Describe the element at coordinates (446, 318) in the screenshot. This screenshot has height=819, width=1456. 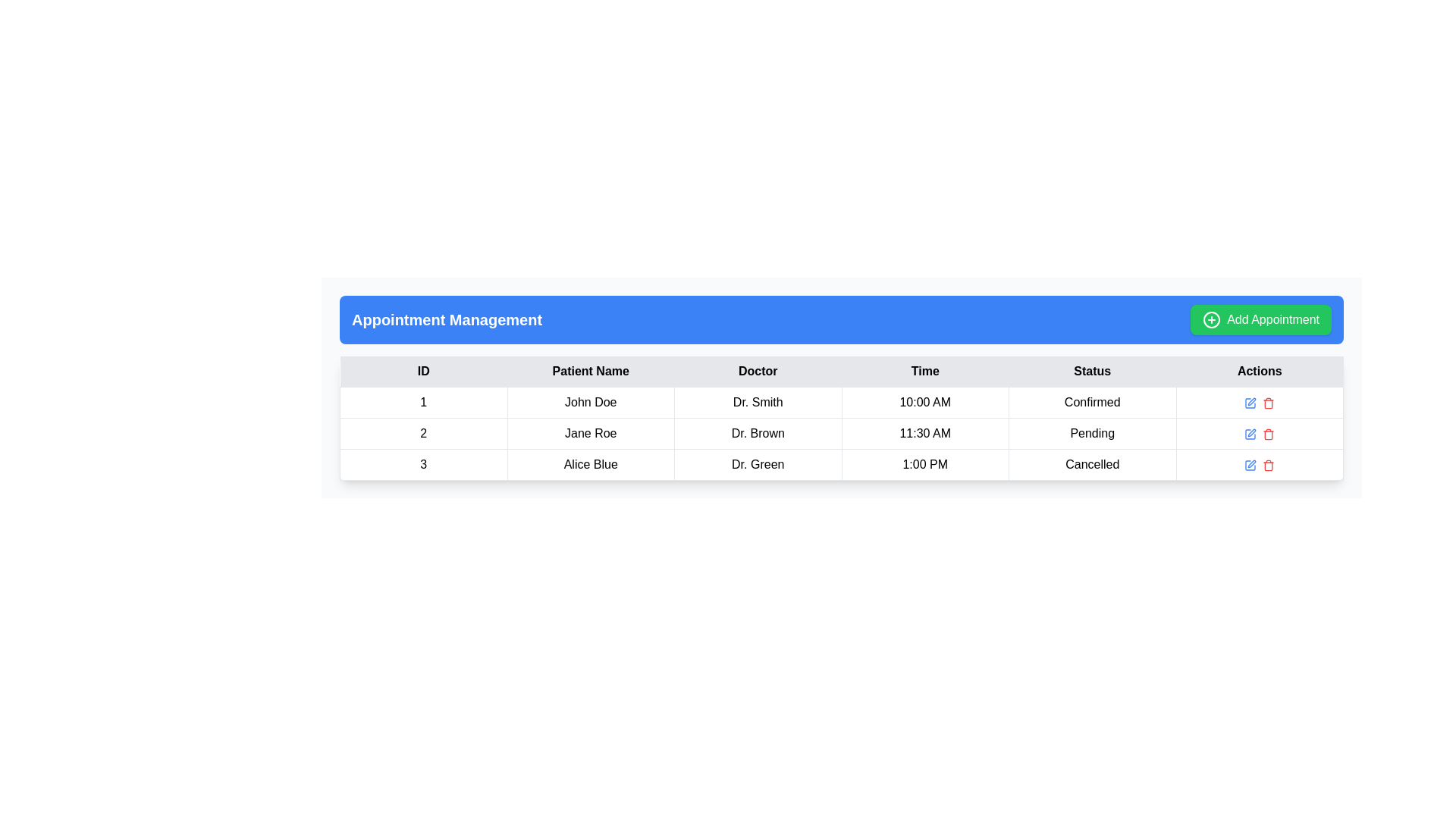
I see `the Text Label indicating the purpose of the 'Appointment Management' section, positioned left of the 'Add Appointment' button in the blue header bar` at that location.